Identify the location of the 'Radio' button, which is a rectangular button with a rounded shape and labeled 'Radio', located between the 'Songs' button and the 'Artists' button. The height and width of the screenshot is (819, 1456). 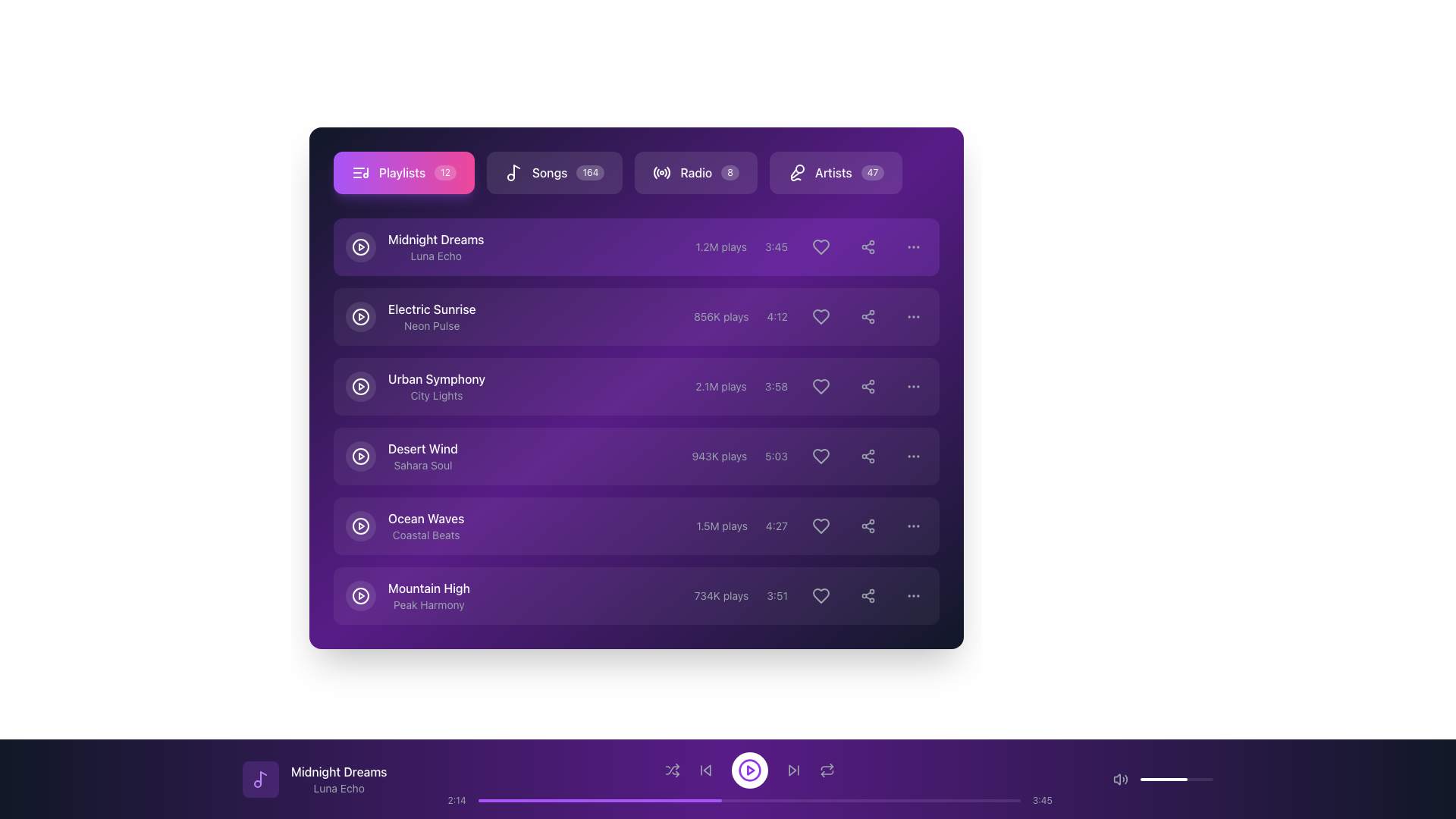
(636, 171).